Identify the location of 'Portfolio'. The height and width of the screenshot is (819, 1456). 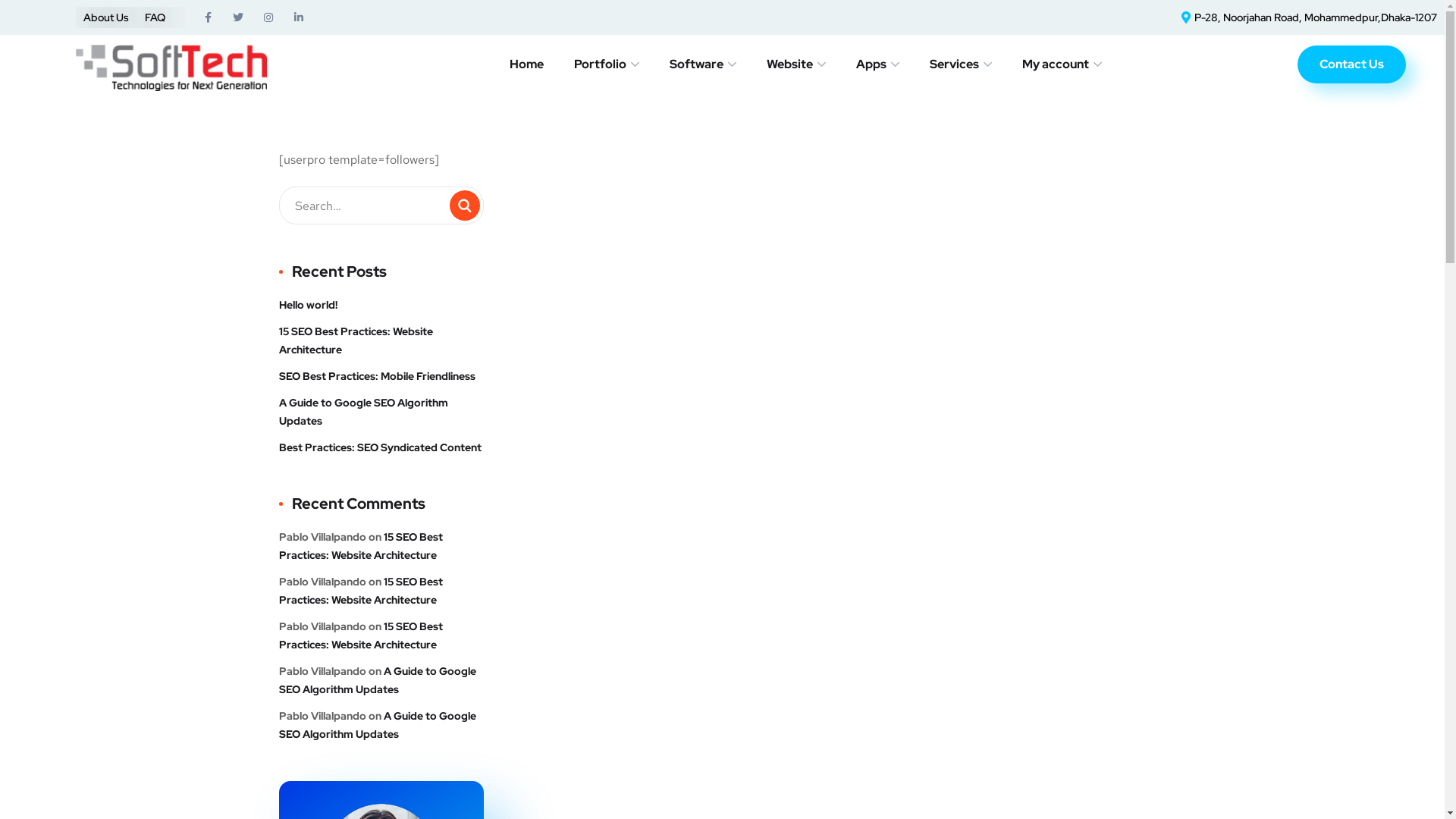
(607, 63).